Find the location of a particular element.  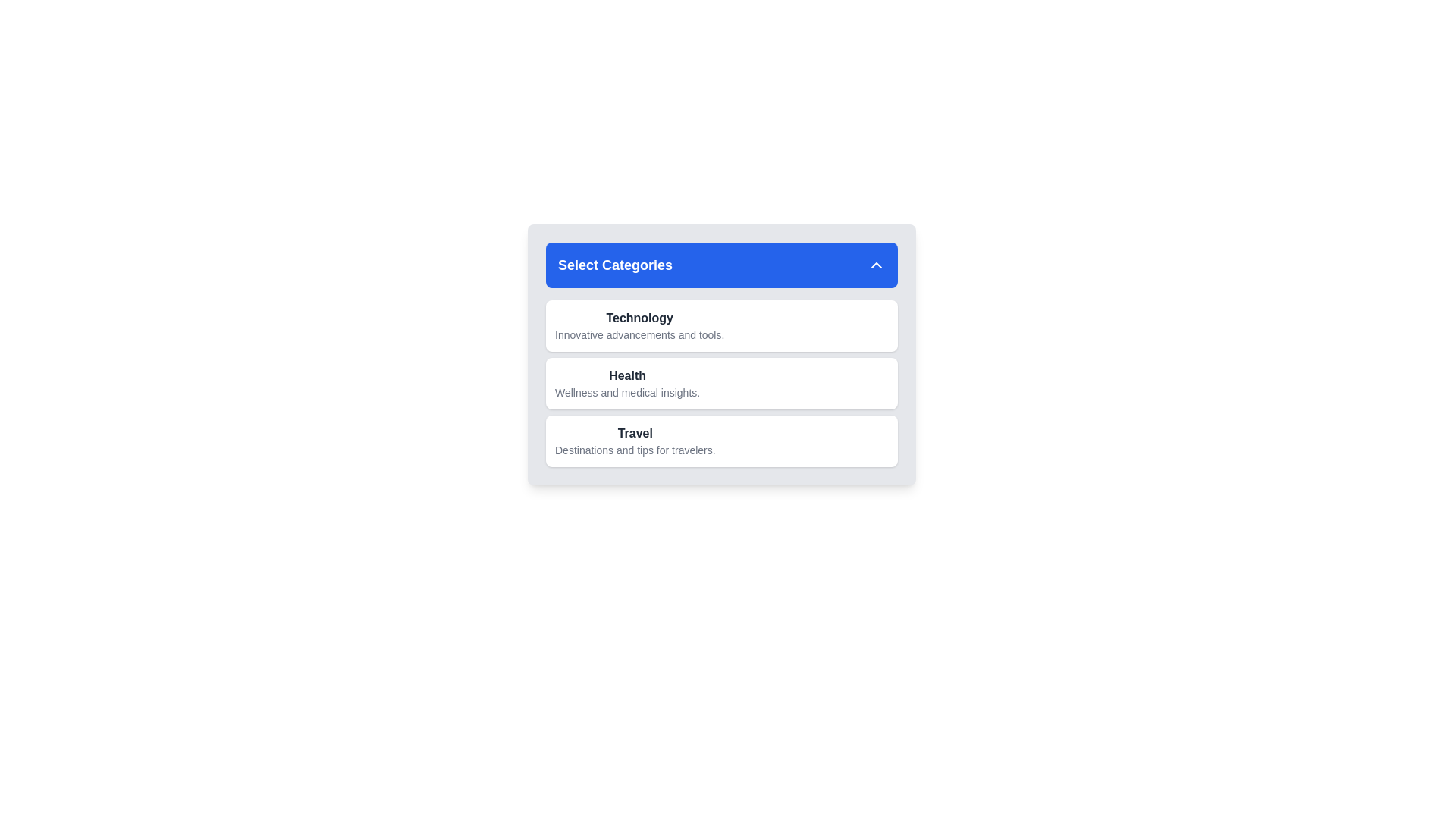

the 'Health' section in the 'Select Categories' card is located at coordinates (720, 382).